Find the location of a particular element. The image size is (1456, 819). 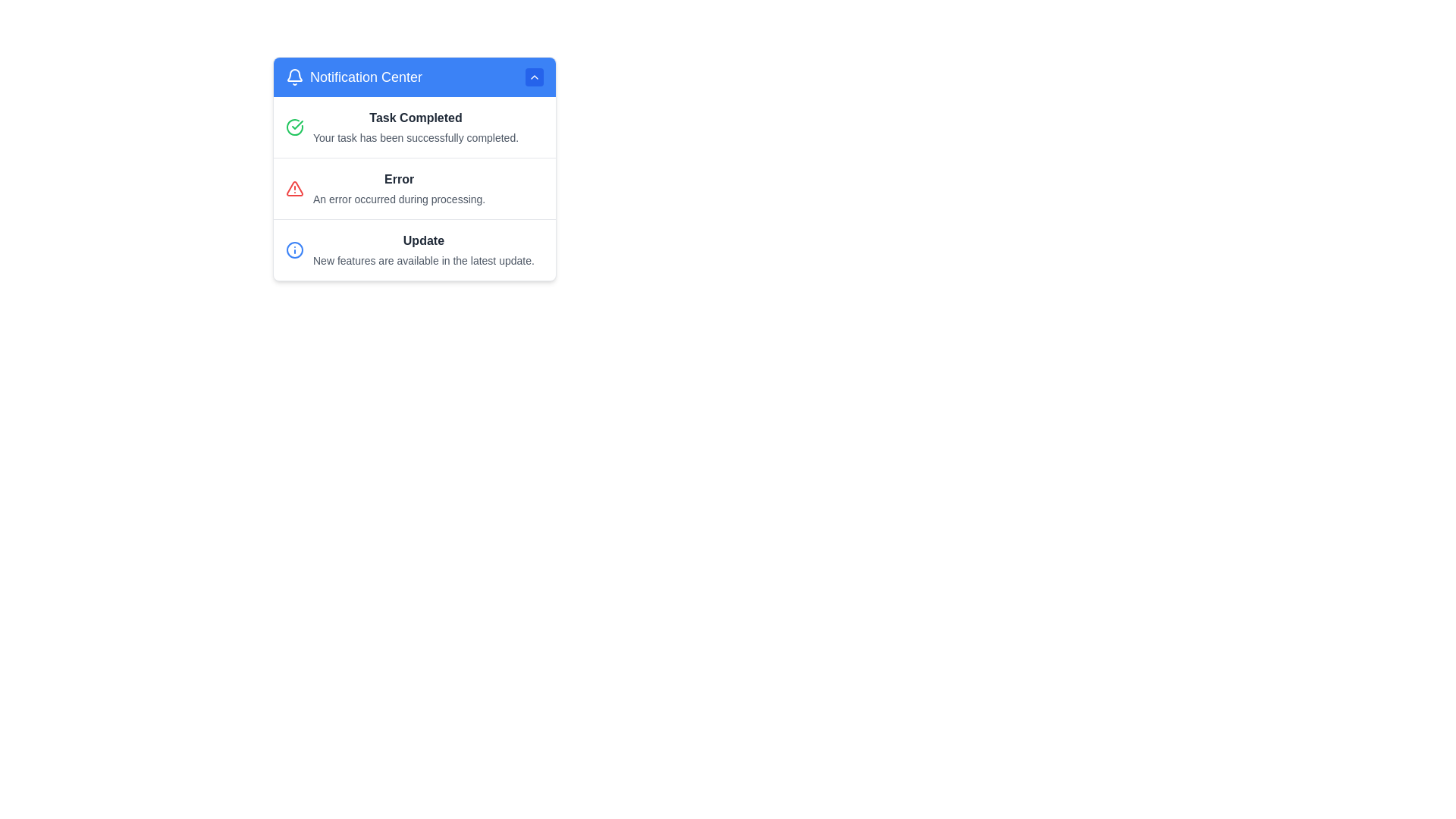

the text block displaying the message 'New features are available in the latest update.' which is styled in a smaller gray font and located directly below the bolded 'Update' text is located at coordinates (423, 259).